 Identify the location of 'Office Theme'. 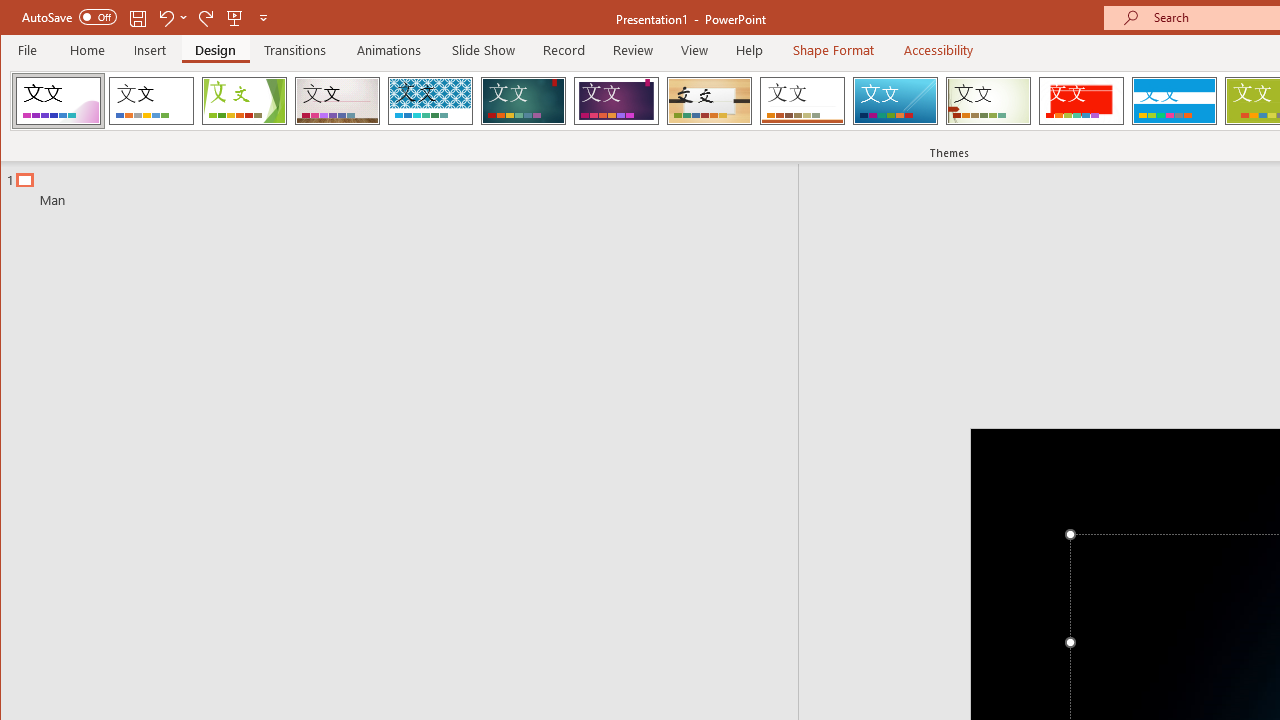
(150, 100).